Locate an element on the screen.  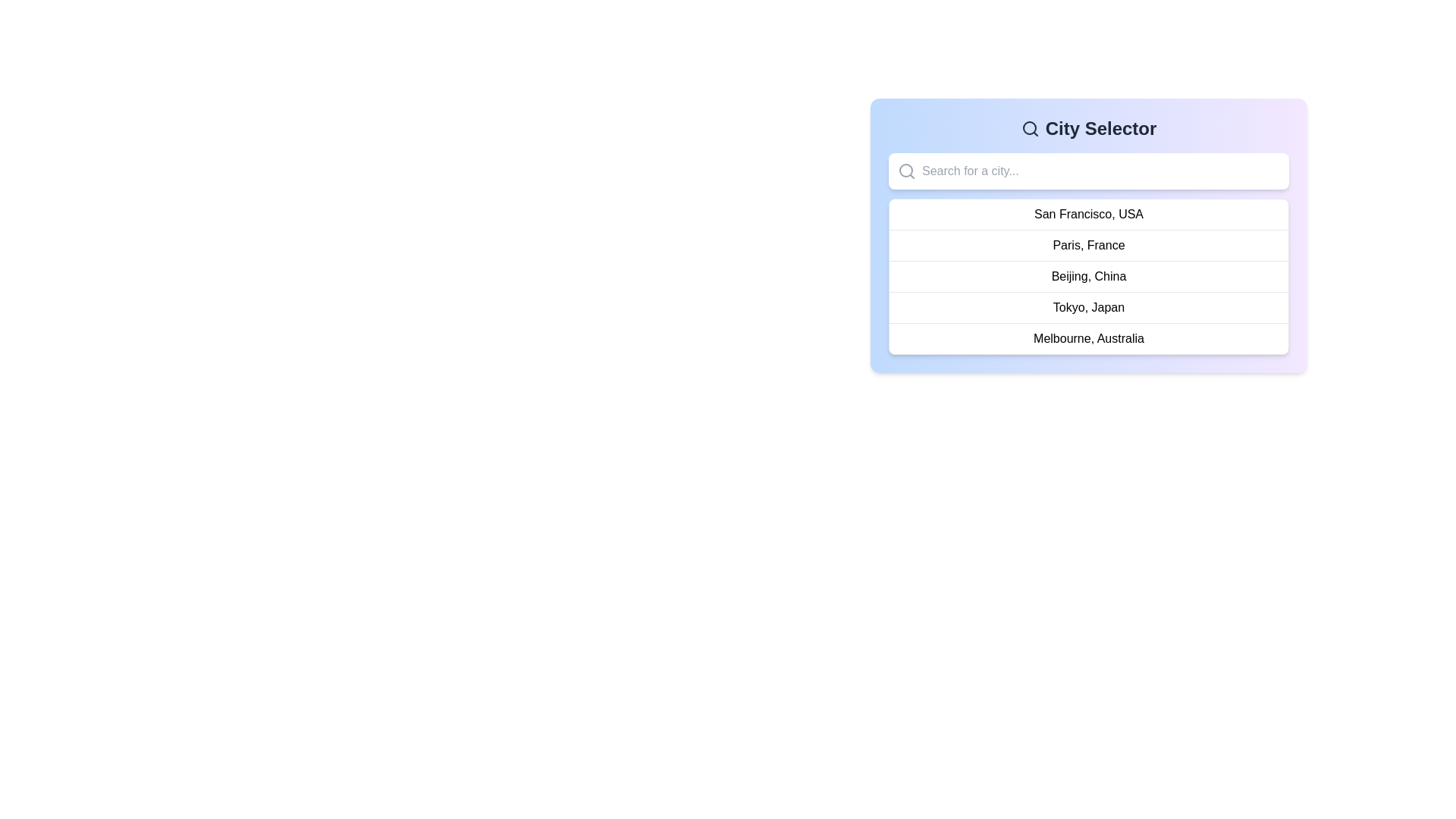
the list item displaying 'Beijing, China', which is the third item in a visible list of five options located directly below the search input field is located at coordinates (1087, 284).